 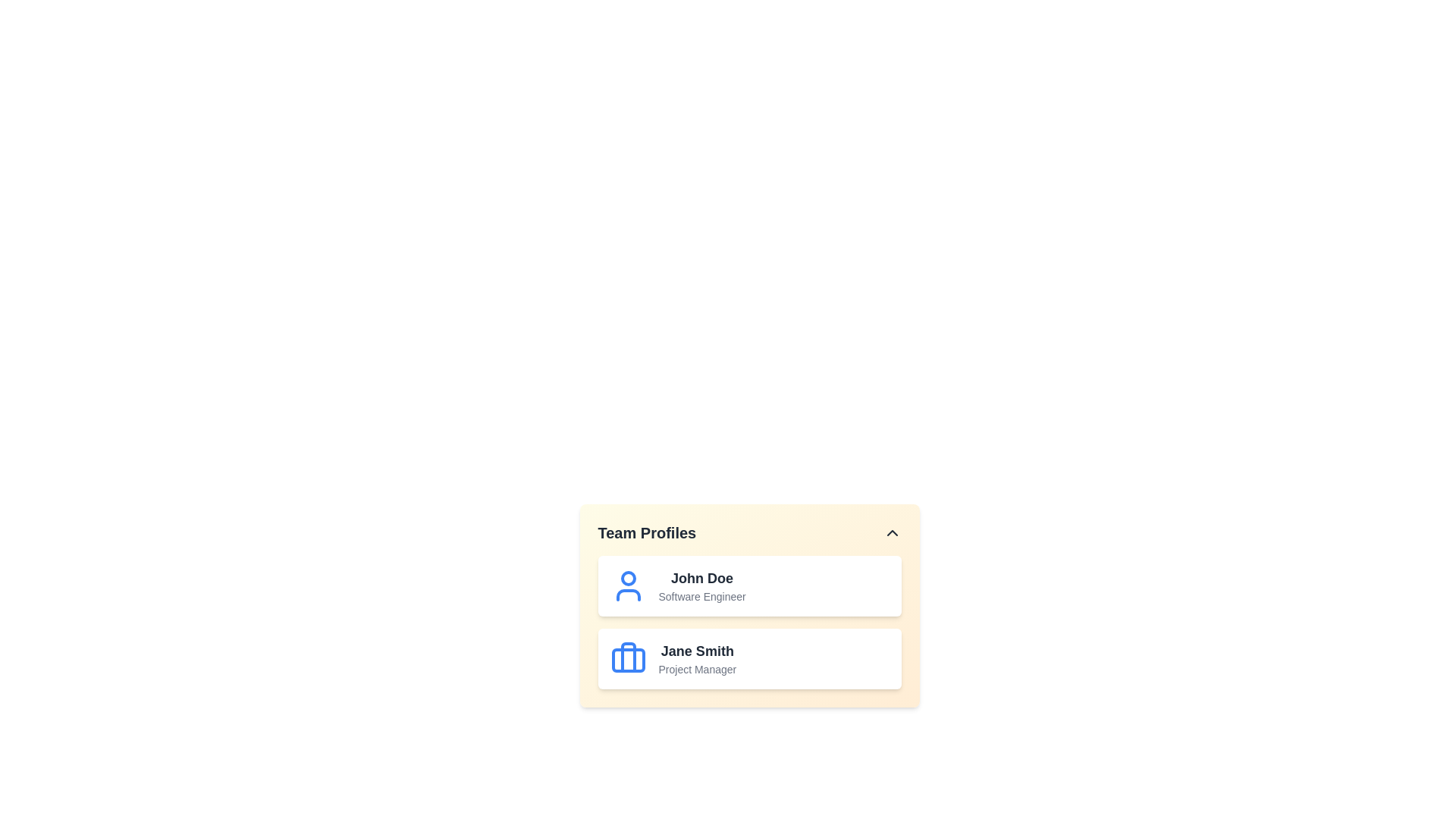 I want to click on the text label that provides additional descriptive information about the user named 'John Doe', which is positioned directly beneath the name in the same card, so click(x=701, y=595).